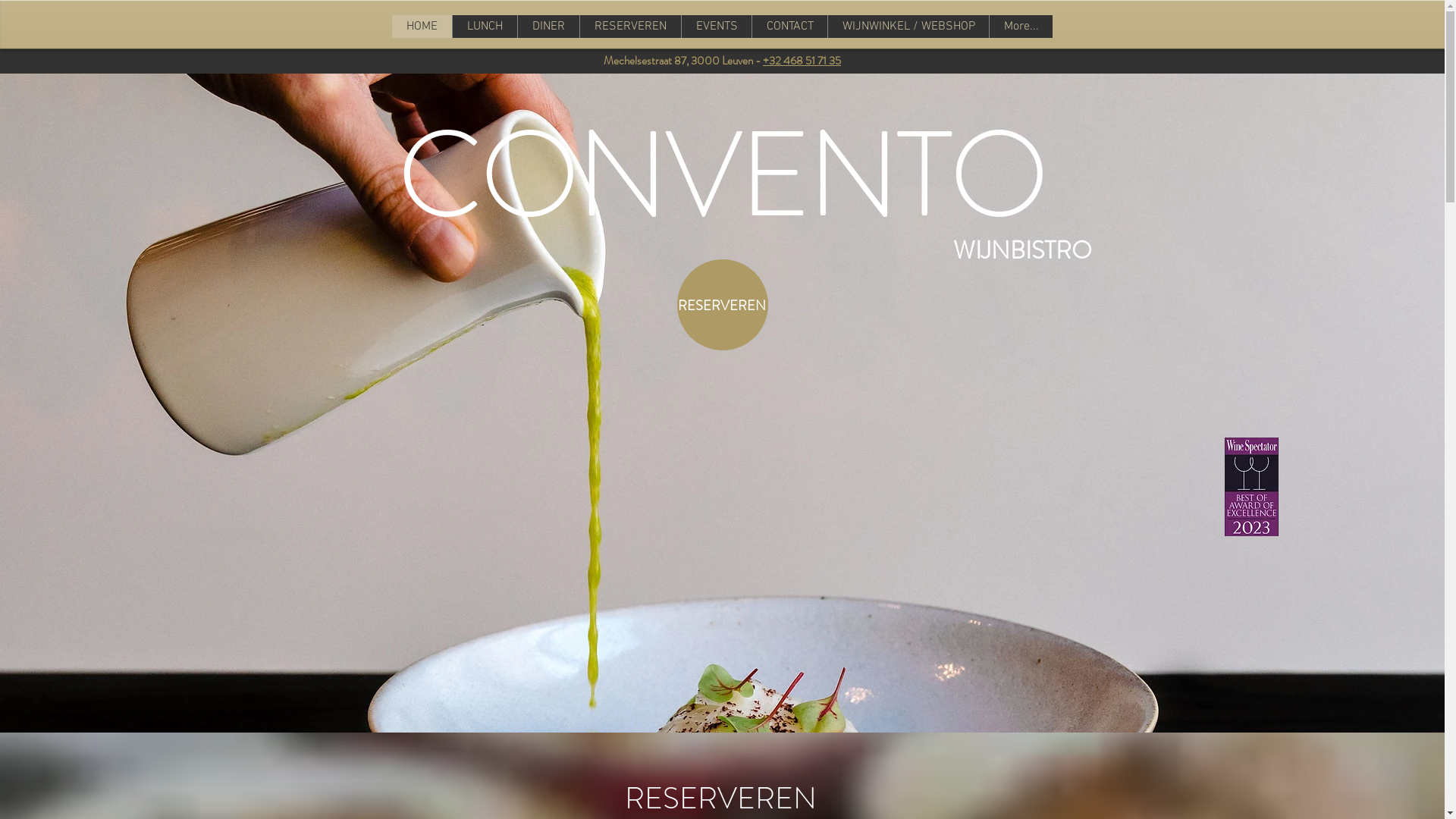  Describe the element at coordinates (472, 26) in the screenshot. I see `'LUNCH'` at that location.